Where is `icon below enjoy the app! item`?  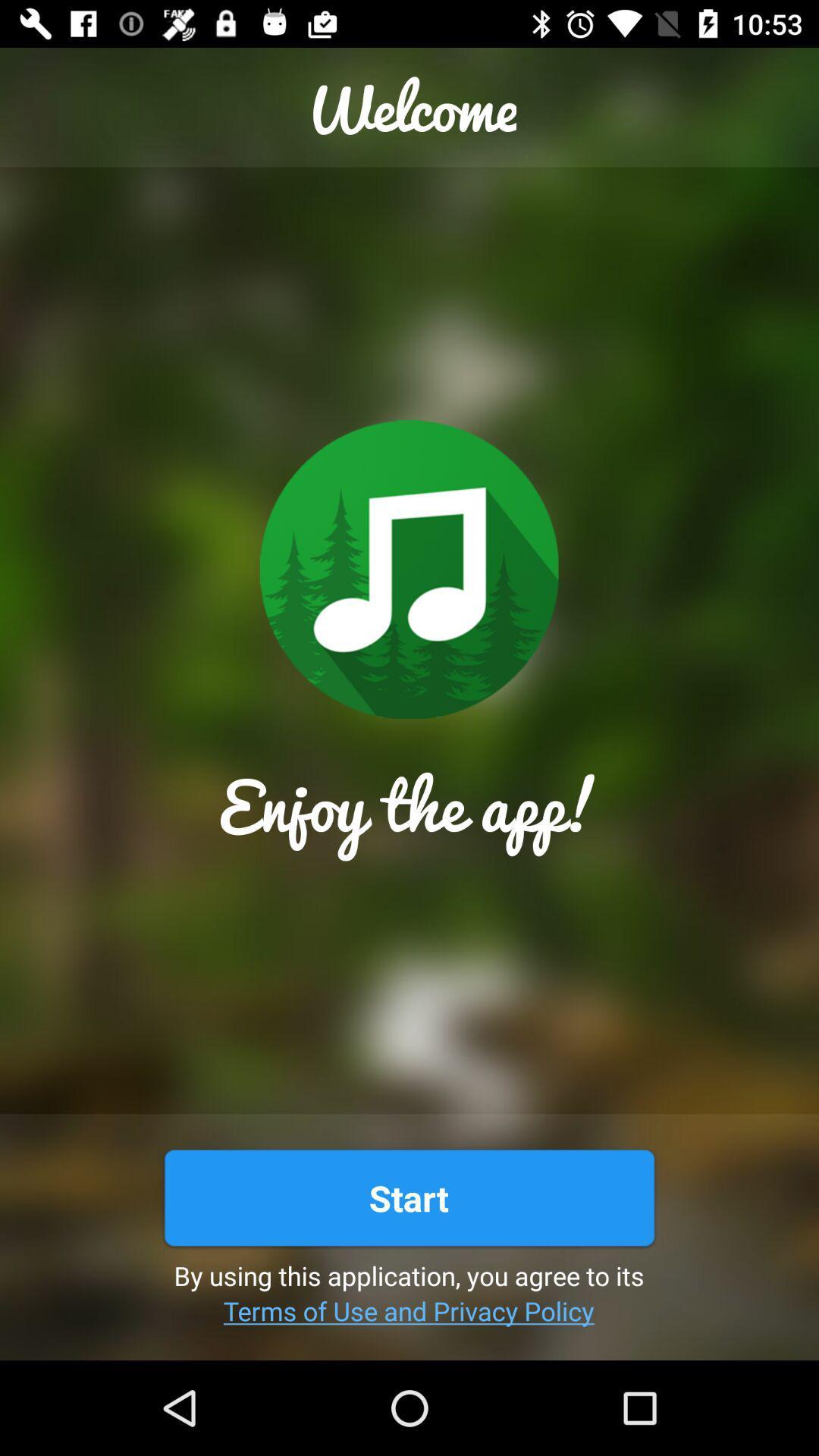
icon below enjoy the app! item is located at coordinates (408, 1197).